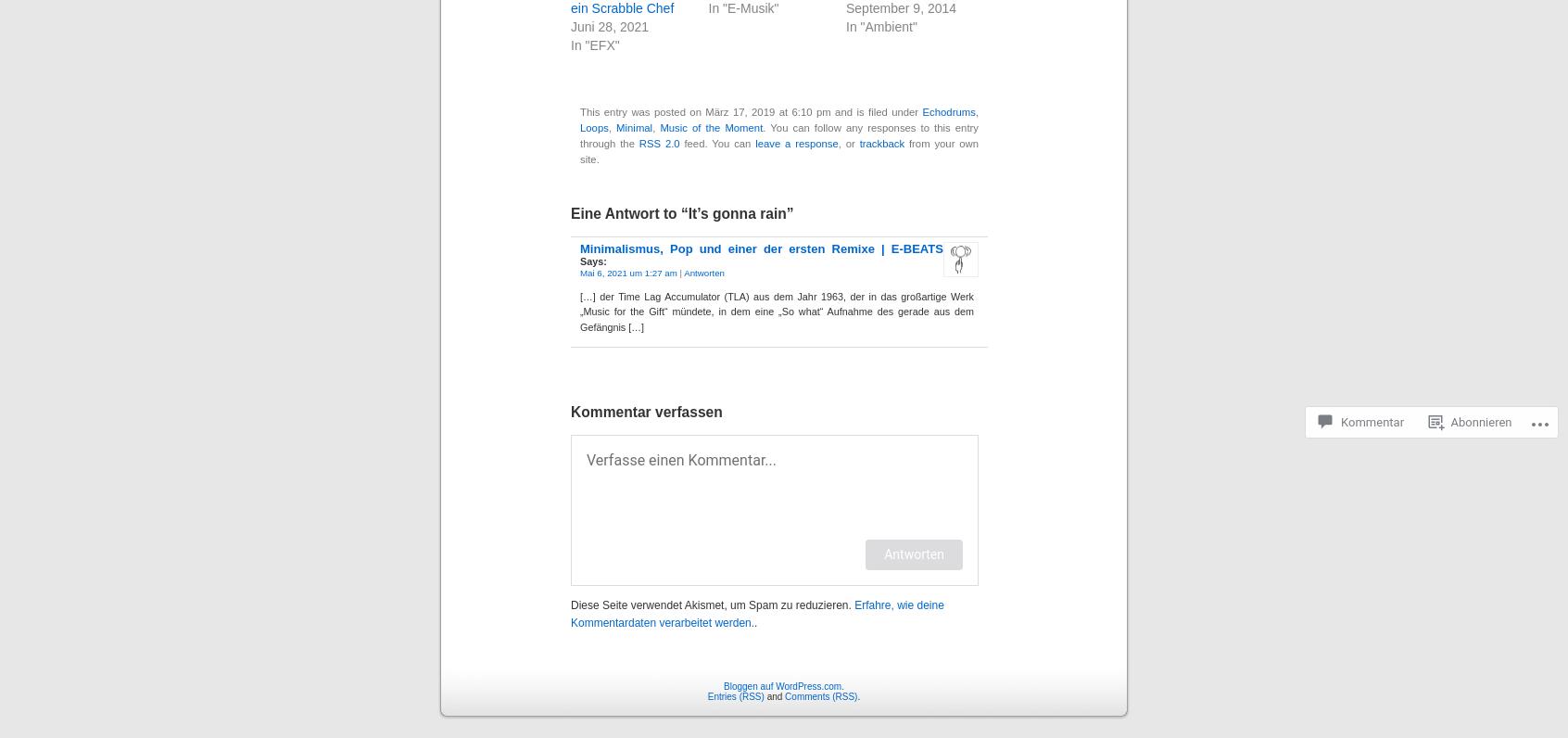 The height and width of the screenshot is (738, 1568). I want to click on 'Minimal', so click(615, 125).